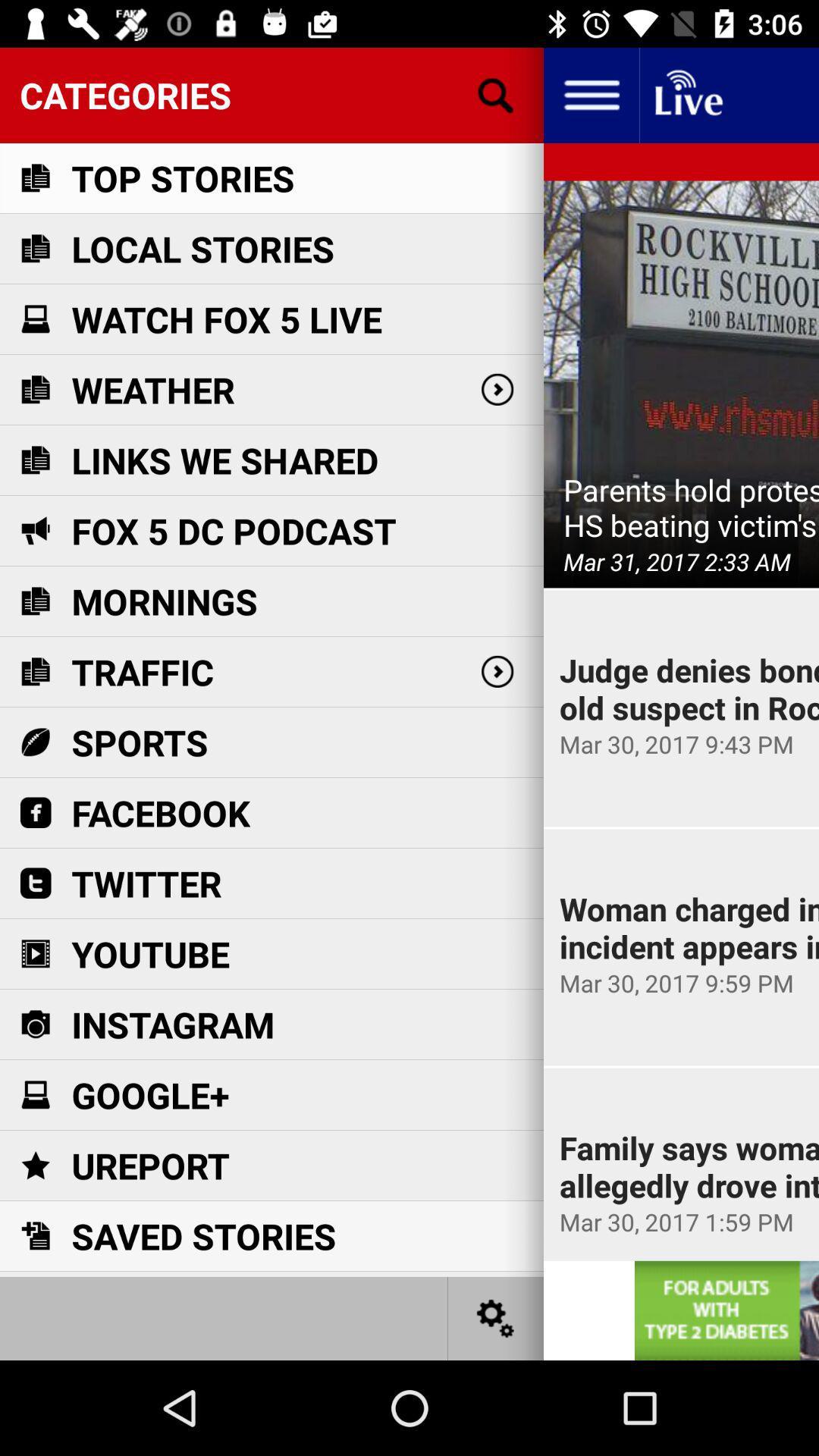  Describe the element at coordinates (726, 1310) in the screenshot. I see `advertisements` at that location.